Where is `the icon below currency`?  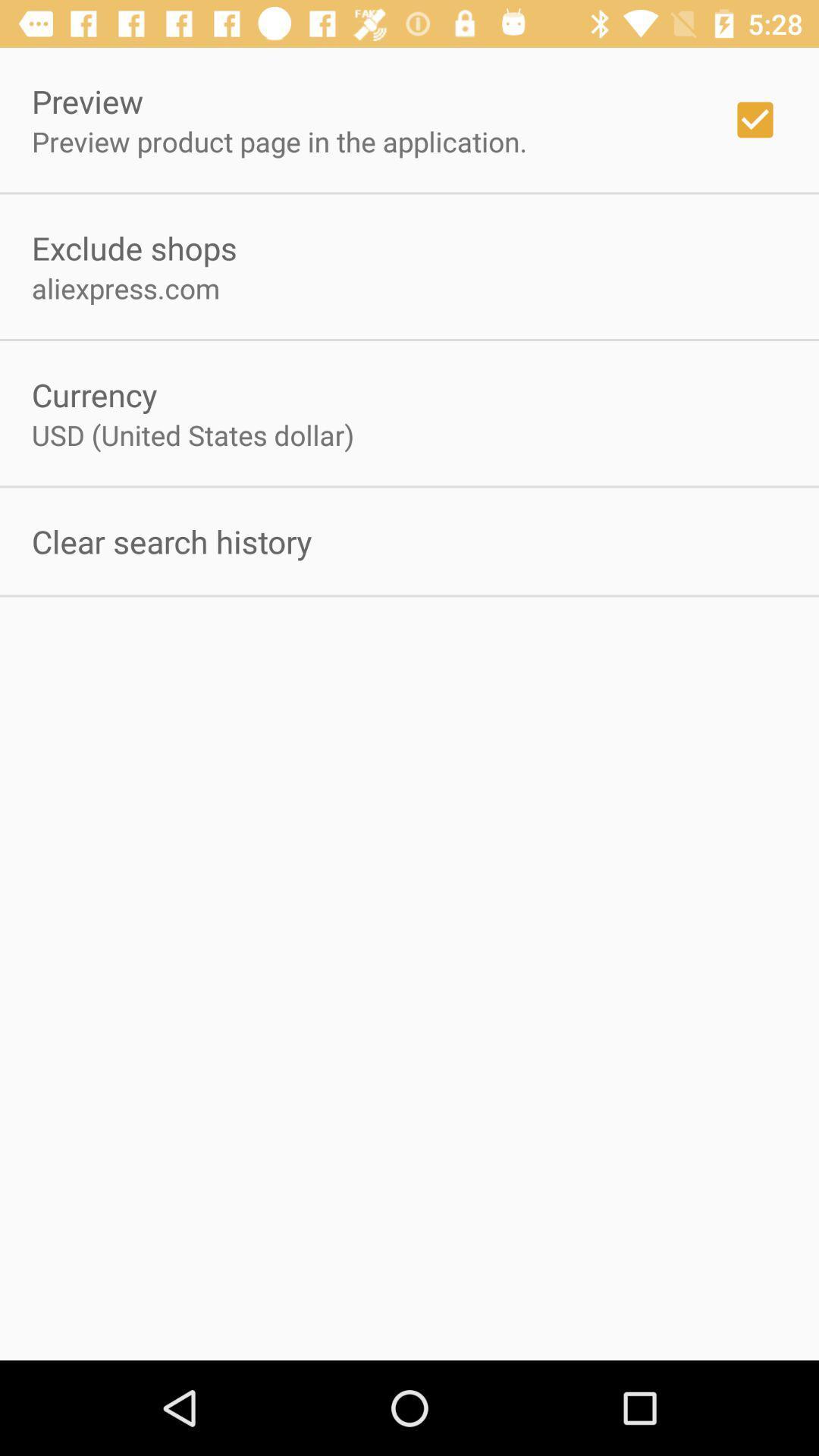
the icon below currency is located at coordinates (192, 434).